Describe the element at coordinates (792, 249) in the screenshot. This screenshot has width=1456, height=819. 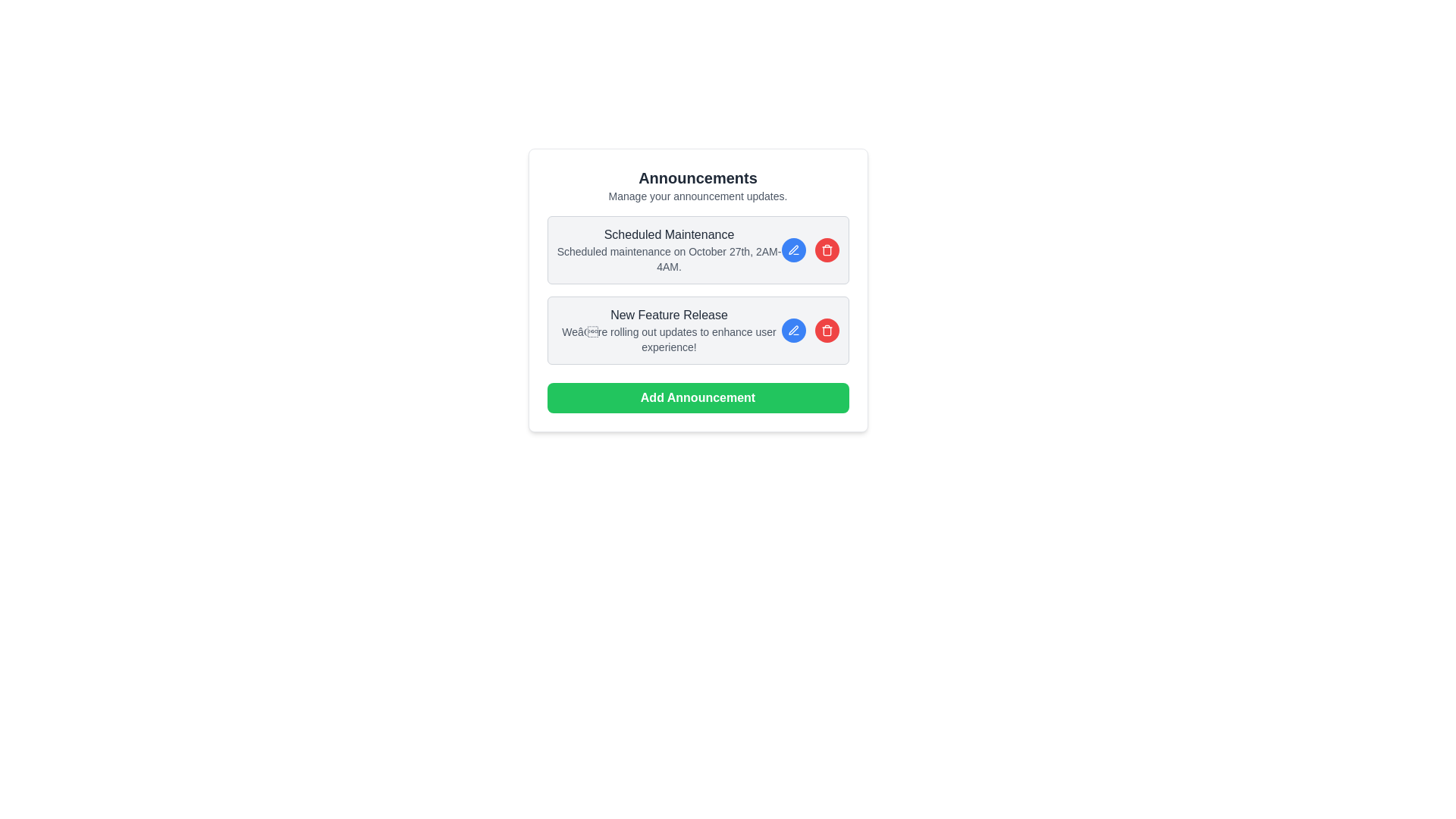
I see `the pen-shaped edit icon in a blue circle background, located next to the 'Scheduled Maintenance' text, to initiate editing` at that location.